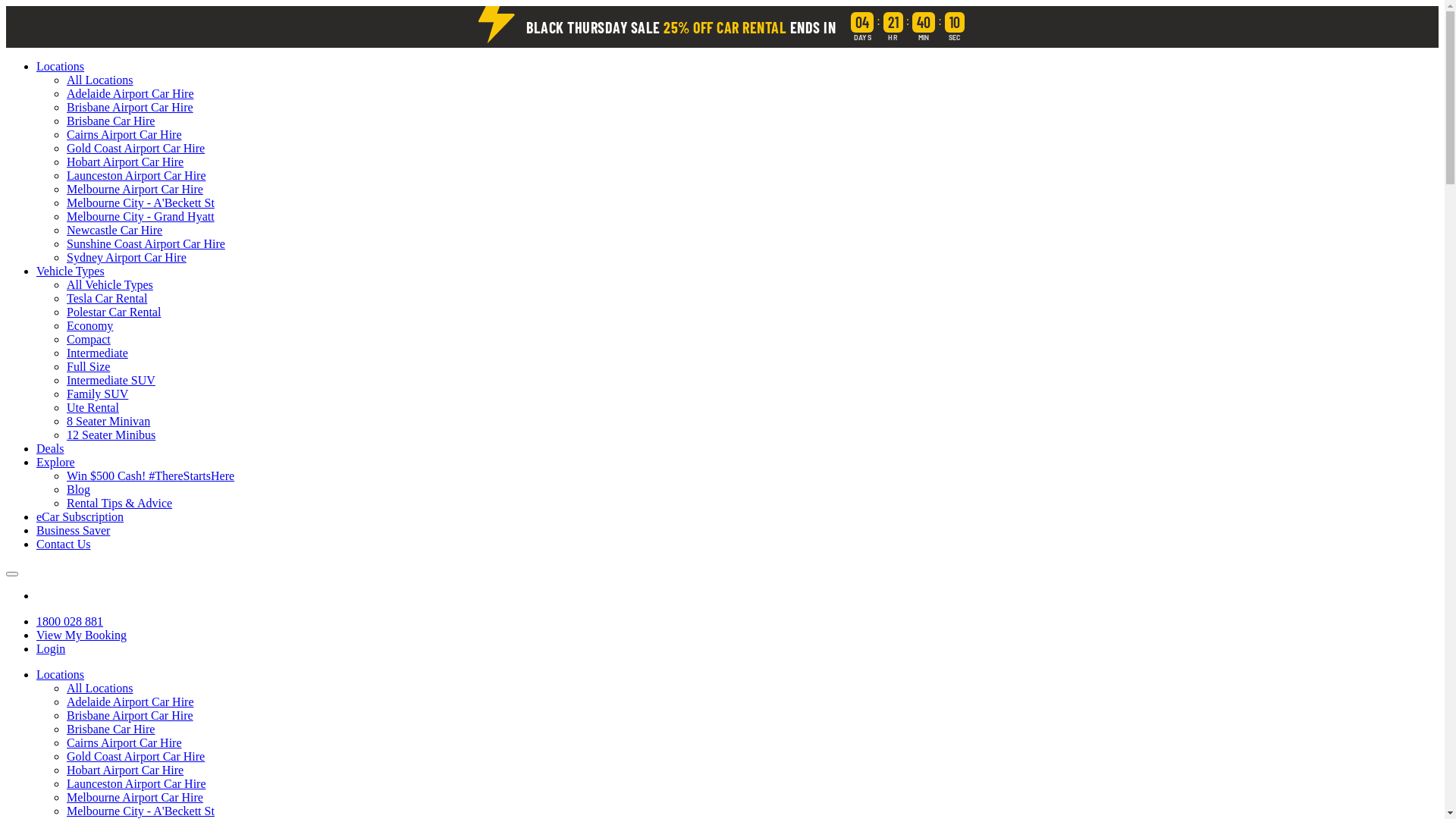 The width and height of the screenshot is (1456, 819). I want to click on 'All Locations', so click(99, 80).